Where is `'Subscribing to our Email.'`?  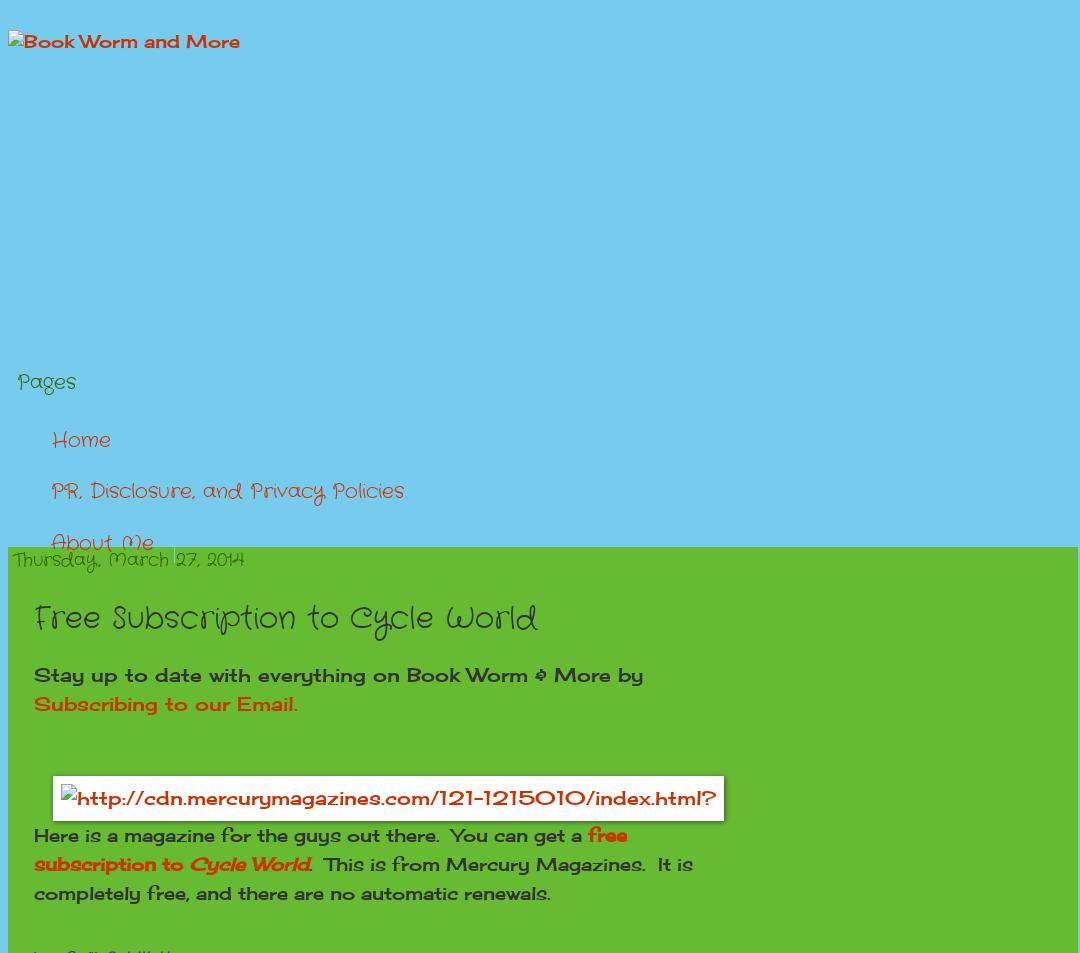 'Subscribing to our Email.' is located at coordinates (164, 703).